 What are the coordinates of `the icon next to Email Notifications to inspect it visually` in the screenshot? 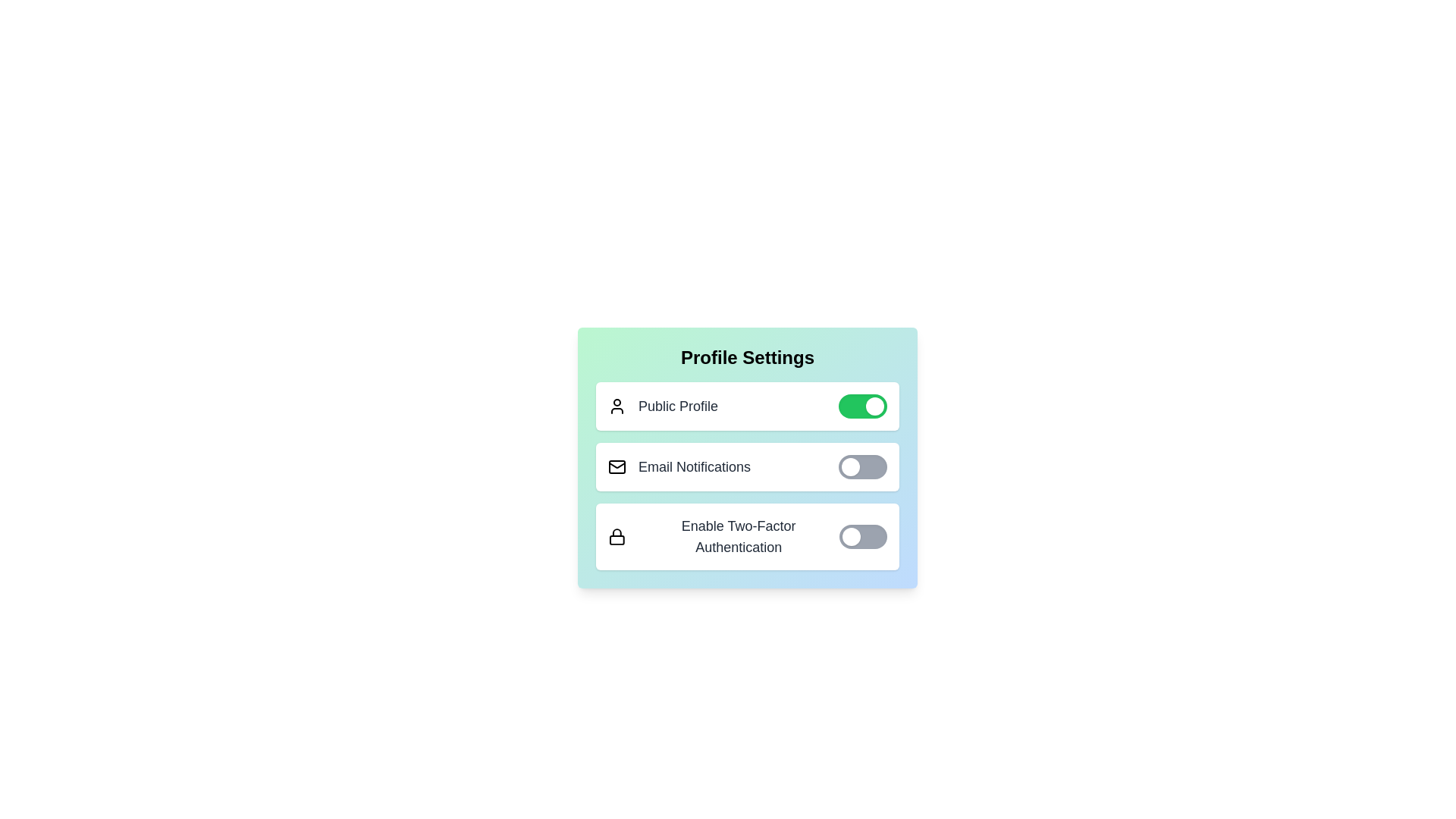 It's located at (617, 466).